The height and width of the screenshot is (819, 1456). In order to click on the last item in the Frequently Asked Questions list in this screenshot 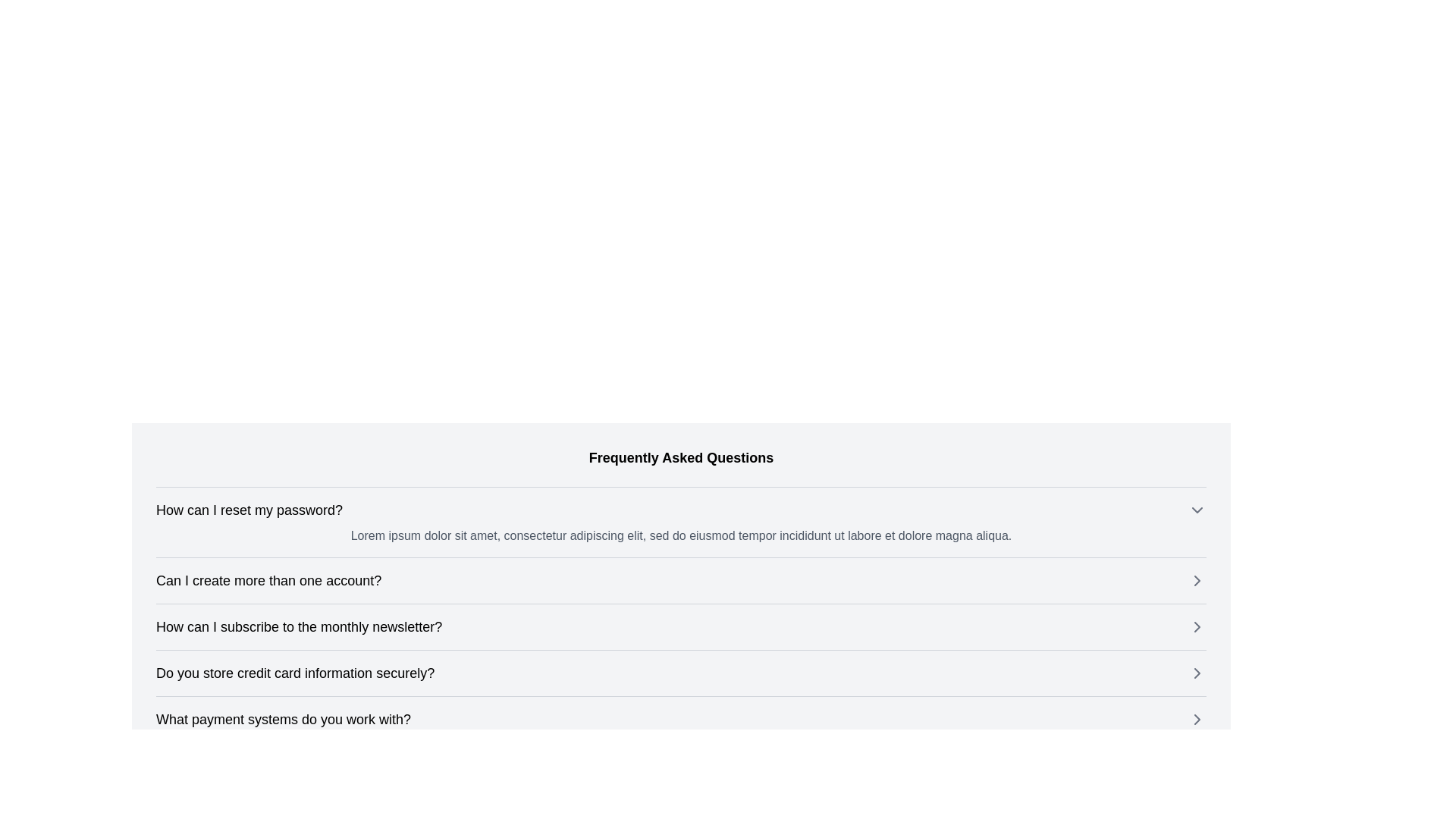, I will do `click(680, 718)`.